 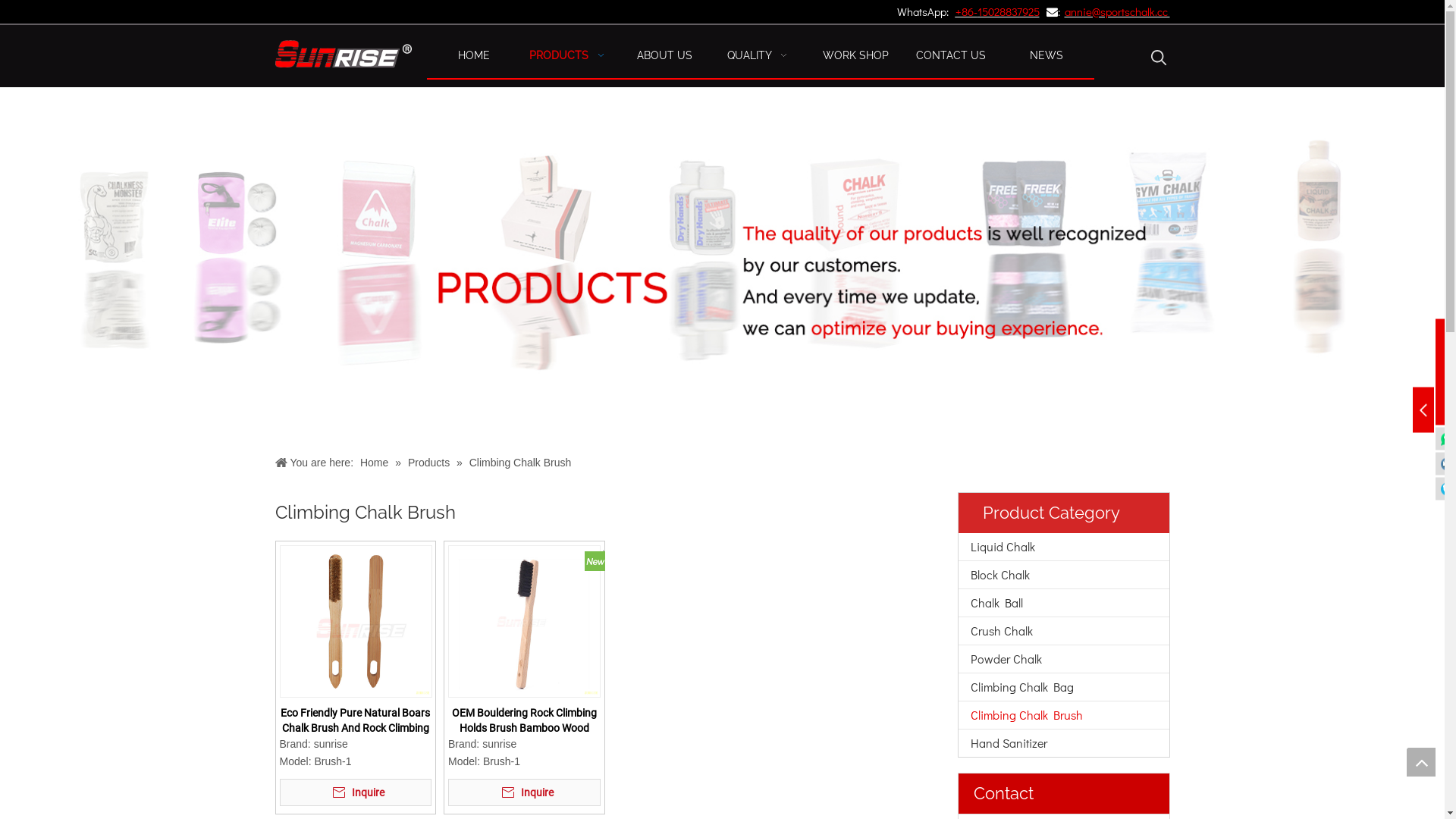 What do you see at coordinates (1062, 575) in the screenshot?
I see `'Block Chalk'` at bounding box center [1062, 575].